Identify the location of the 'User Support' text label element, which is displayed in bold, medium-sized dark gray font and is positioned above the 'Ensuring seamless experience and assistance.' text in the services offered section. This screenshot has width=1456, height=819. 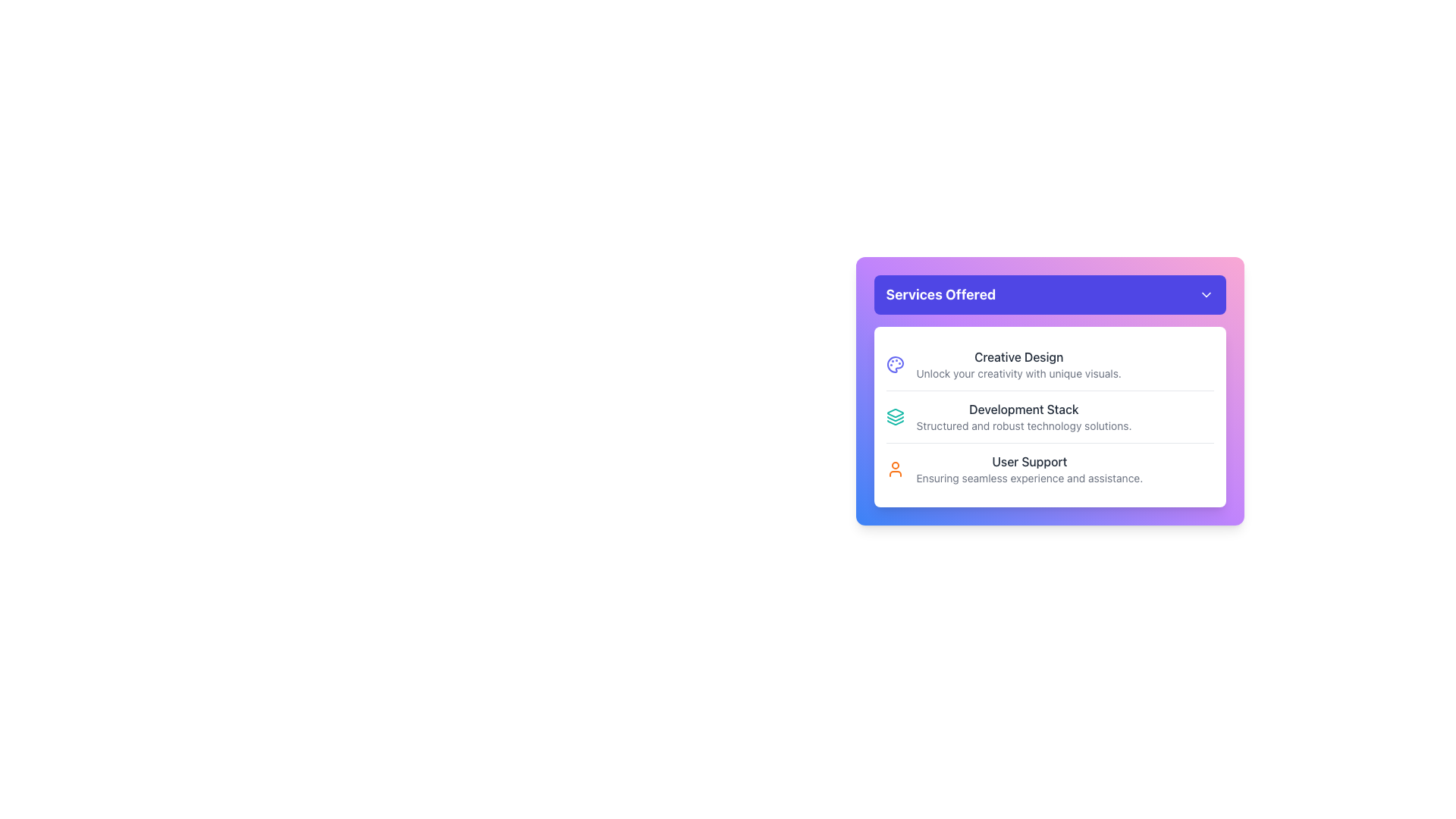
(1029, 461).